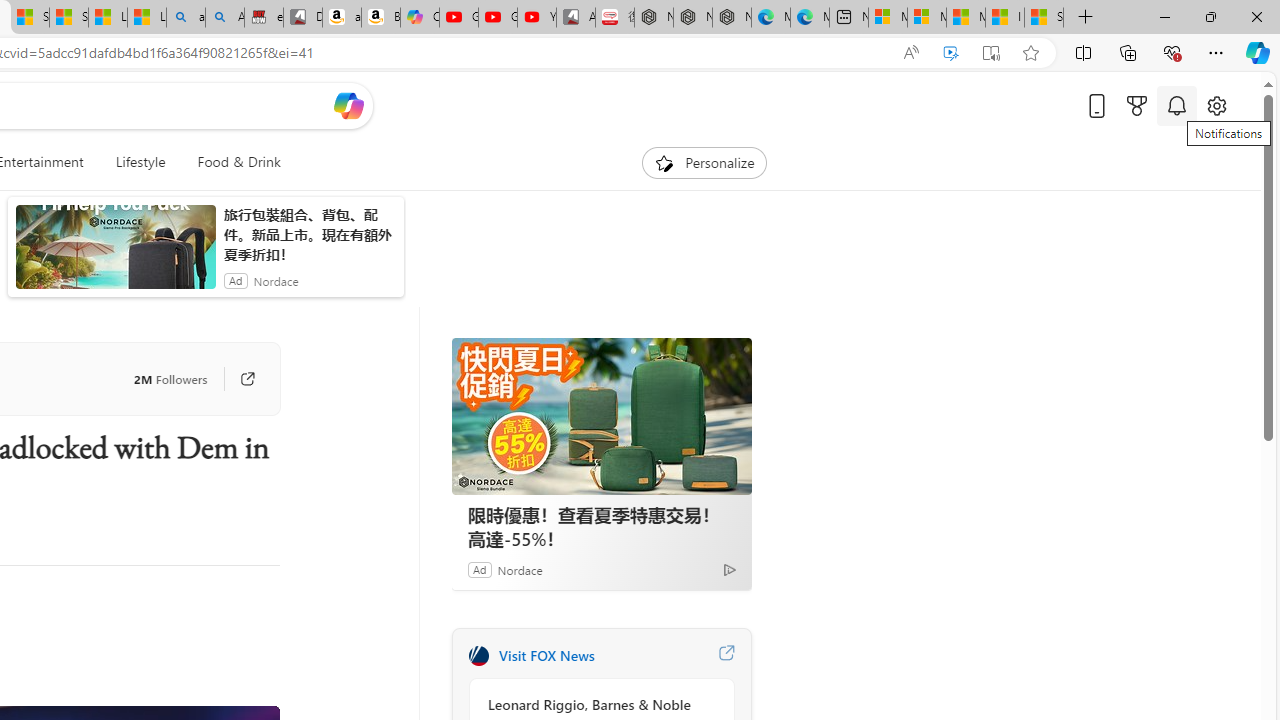  Describe the element at coordinates (991, 52) in the screenshot. I see `'Enter Immersive Reader (F9)'` at that location.